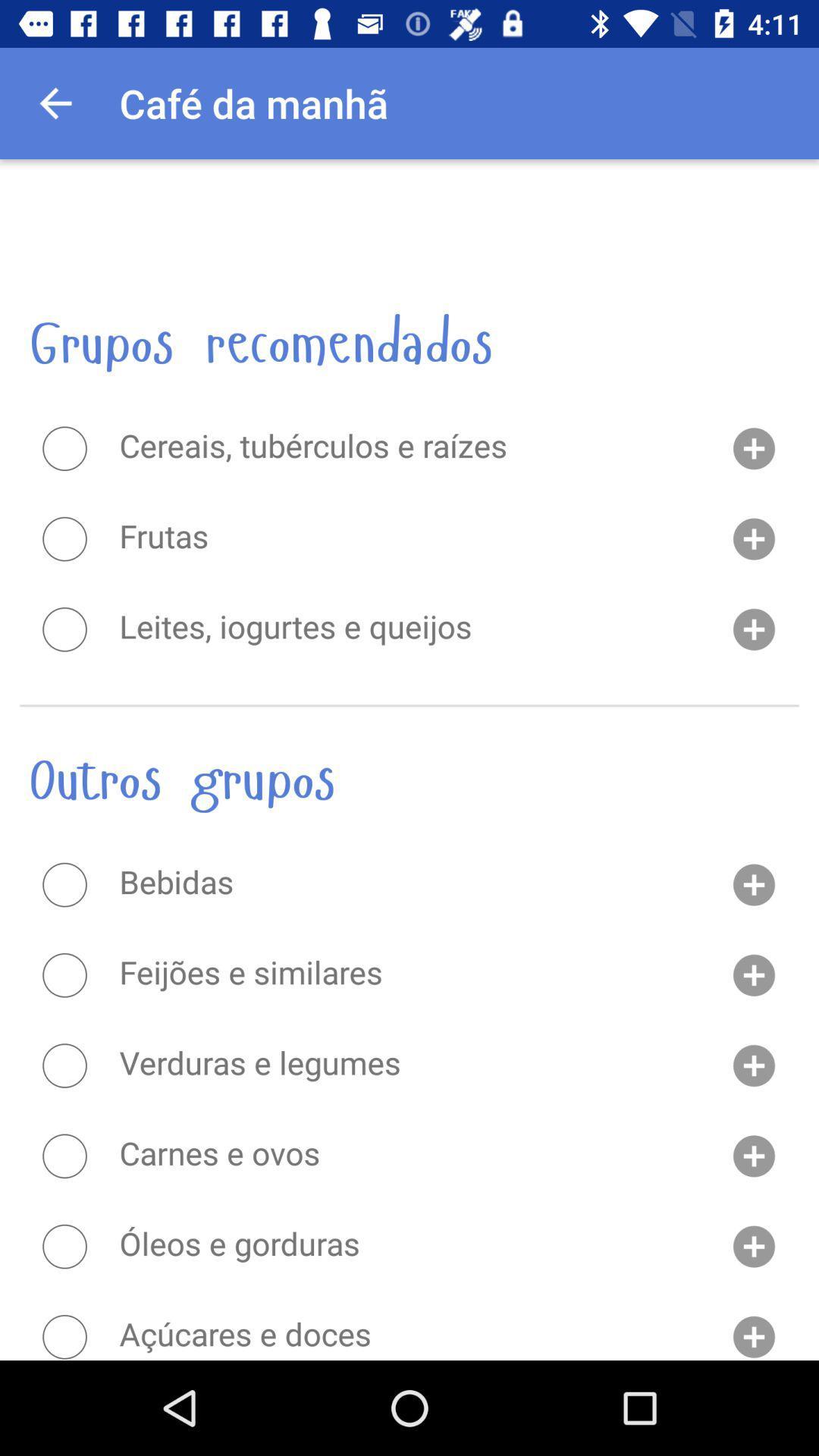 The image size is (819, 1456). I want to click on oil and fat, so click(64, 1246).